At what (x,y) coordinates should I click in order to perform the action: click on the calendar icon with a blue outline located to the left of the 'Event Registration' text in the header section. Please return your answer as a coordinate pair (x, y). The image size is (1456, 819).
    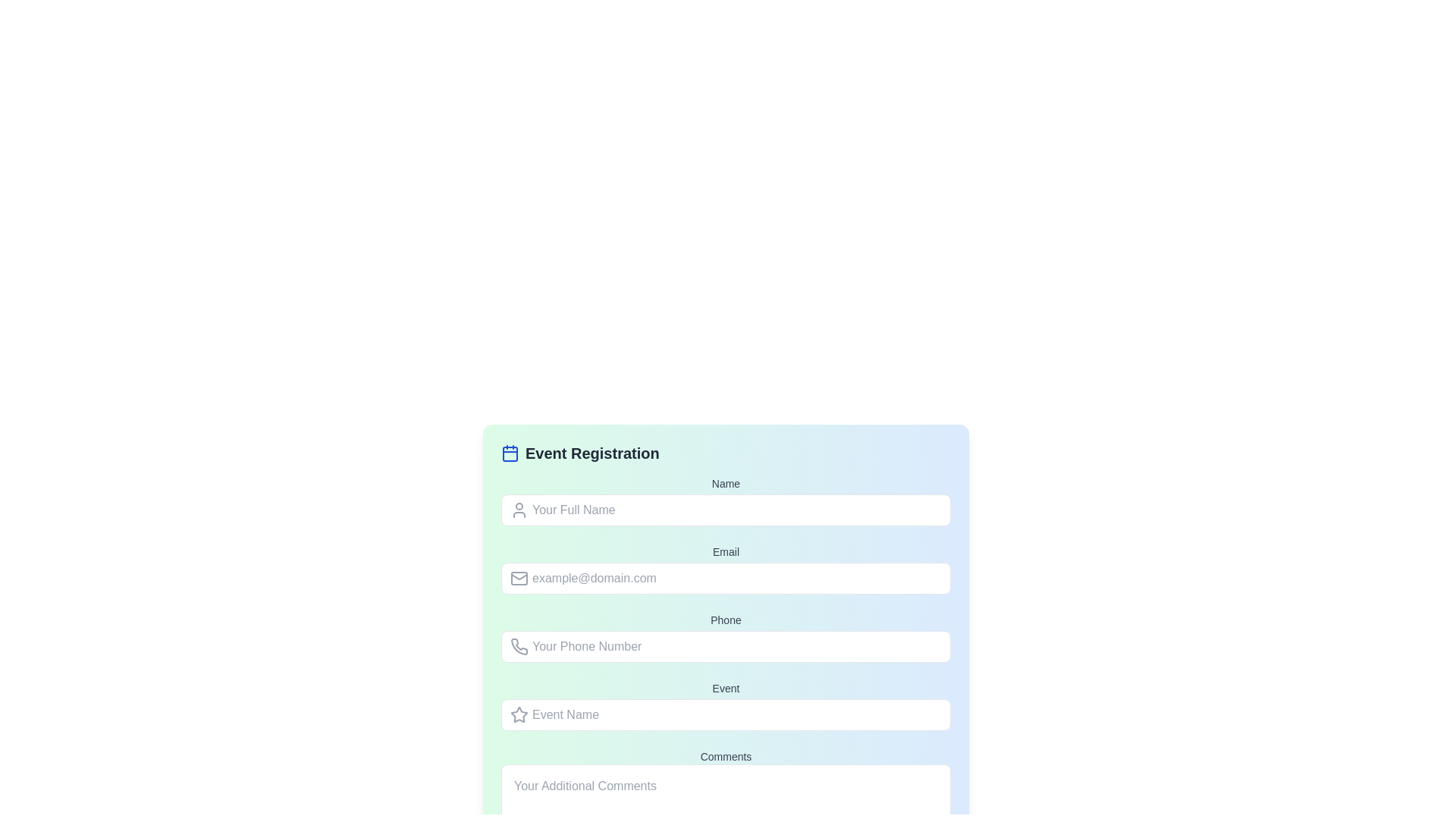
    Looking at the image, I should click on (510, 452).